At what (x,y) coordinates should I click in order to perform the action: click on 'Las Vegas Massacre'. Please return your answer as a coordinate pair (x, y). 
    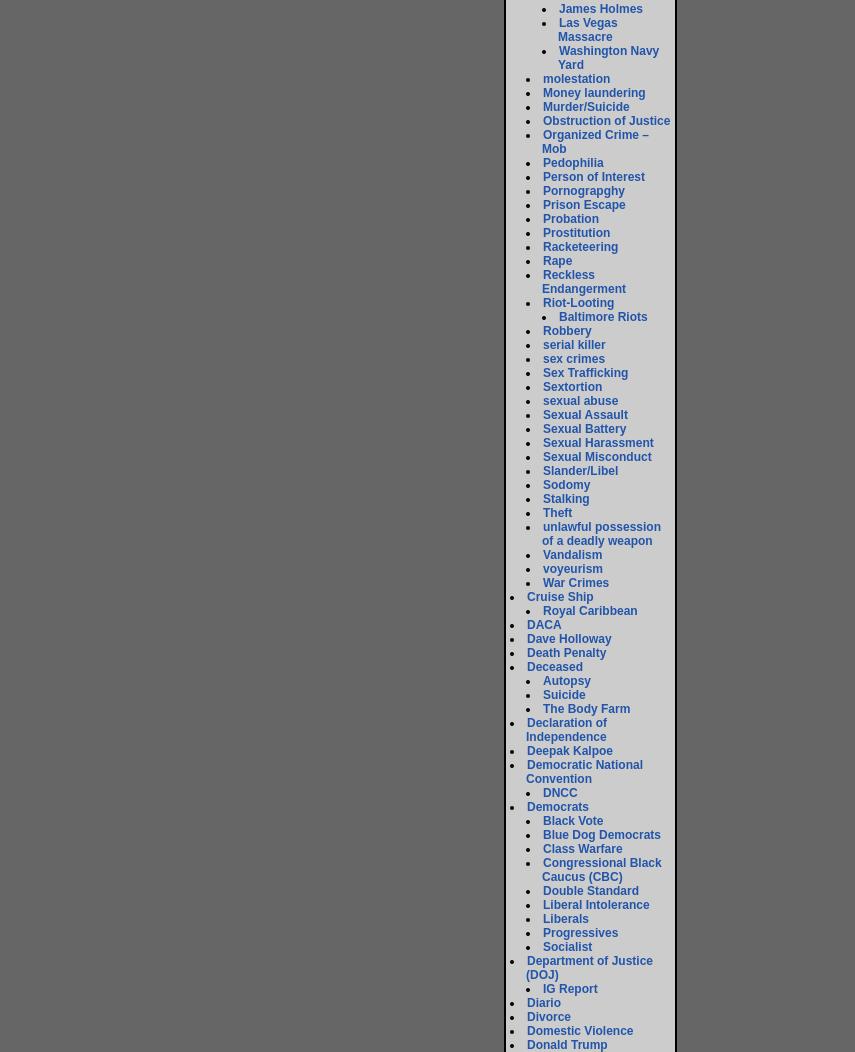
    Looking at the image, I should click on (586, 29).